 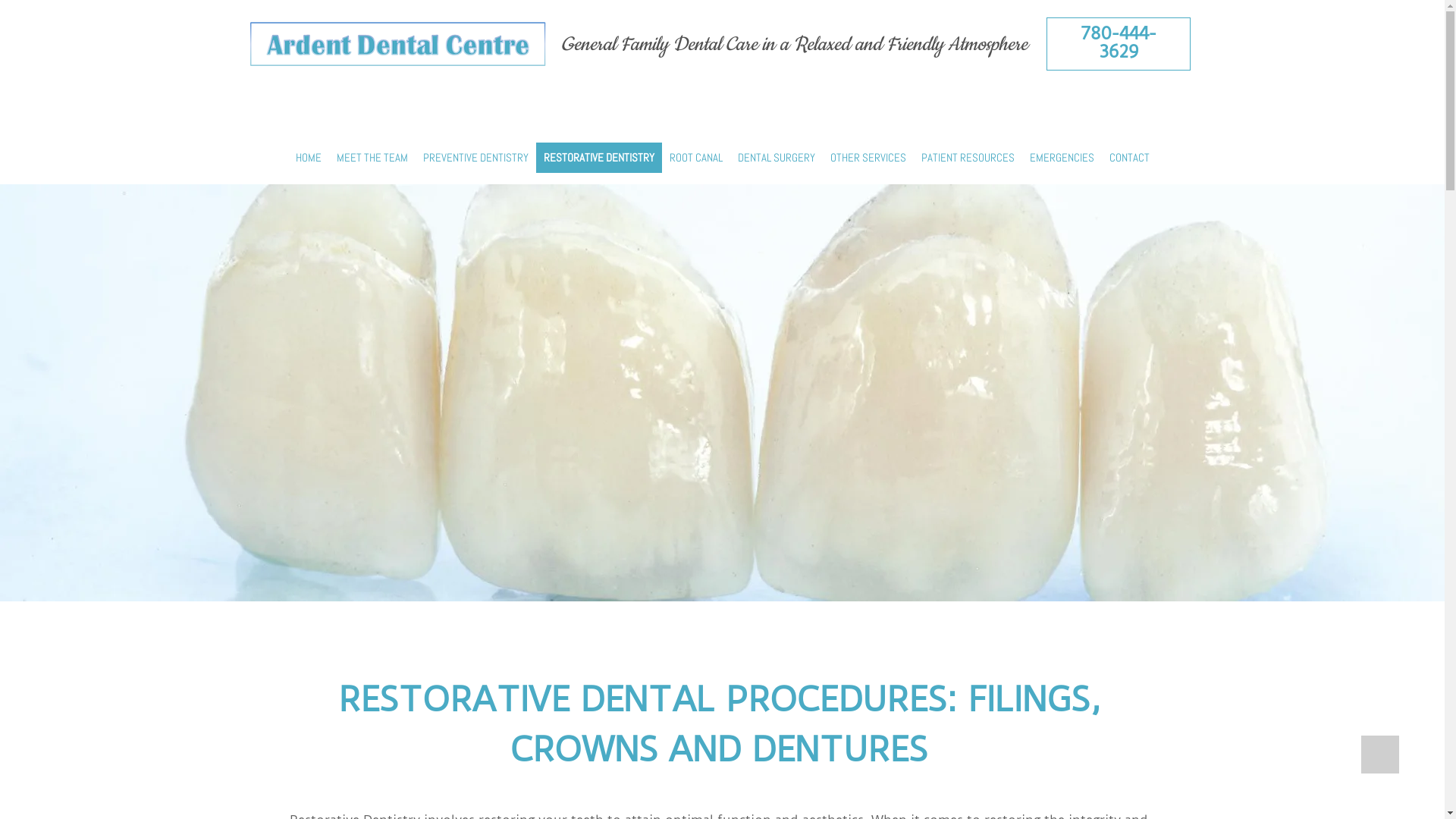 What do you see at coordinates (775, 157) in the screenshot?
I see `'DENTAL SURGERY'` at bounding box center [775, 157].